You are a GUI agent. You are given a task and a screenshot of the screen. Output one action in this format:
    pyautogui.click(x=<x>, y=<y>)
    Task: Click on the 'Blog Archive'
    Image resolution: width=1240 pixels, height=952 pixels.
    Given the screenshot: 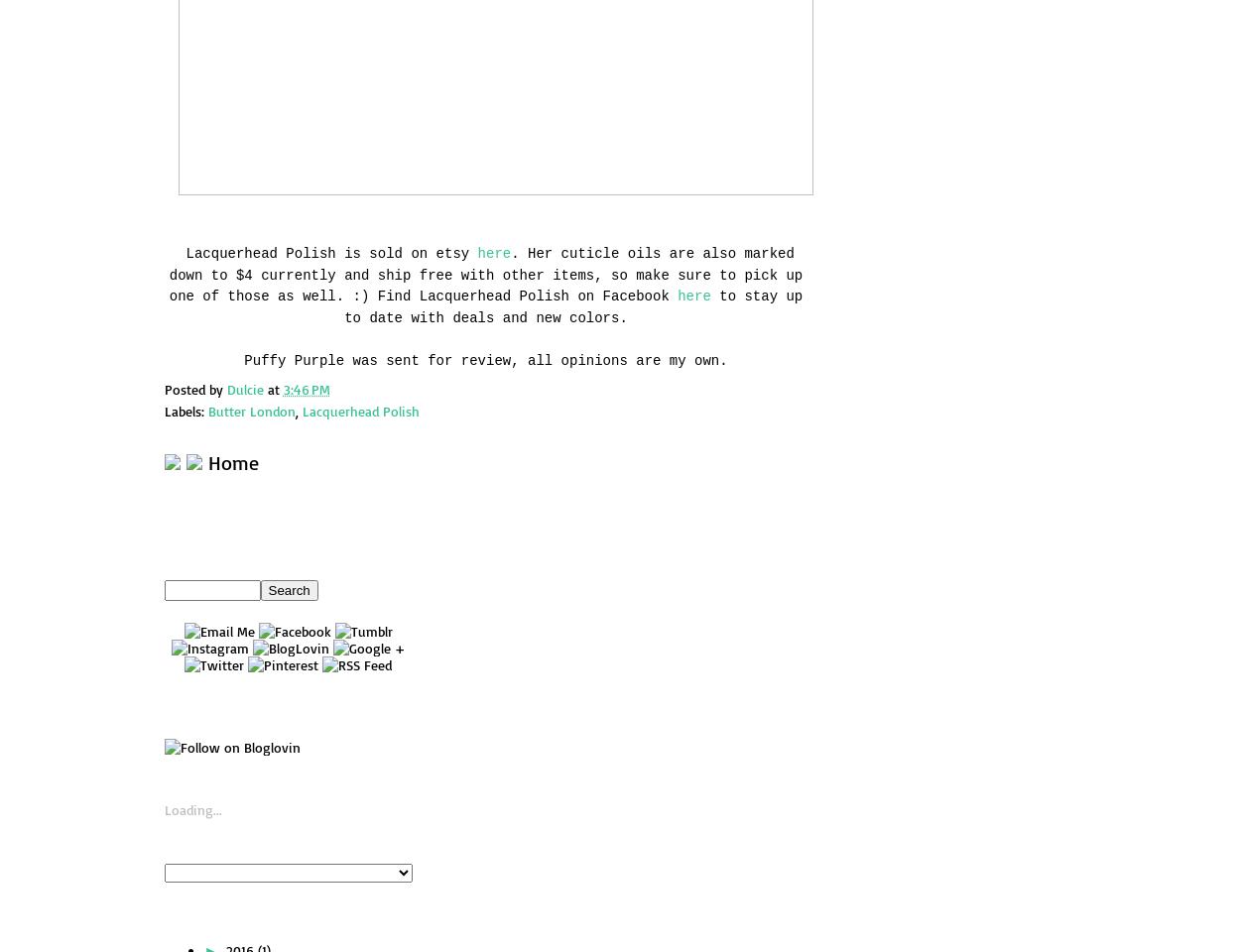 What is the action you would take?
    pyautogui.click(x=271, y=916)
    